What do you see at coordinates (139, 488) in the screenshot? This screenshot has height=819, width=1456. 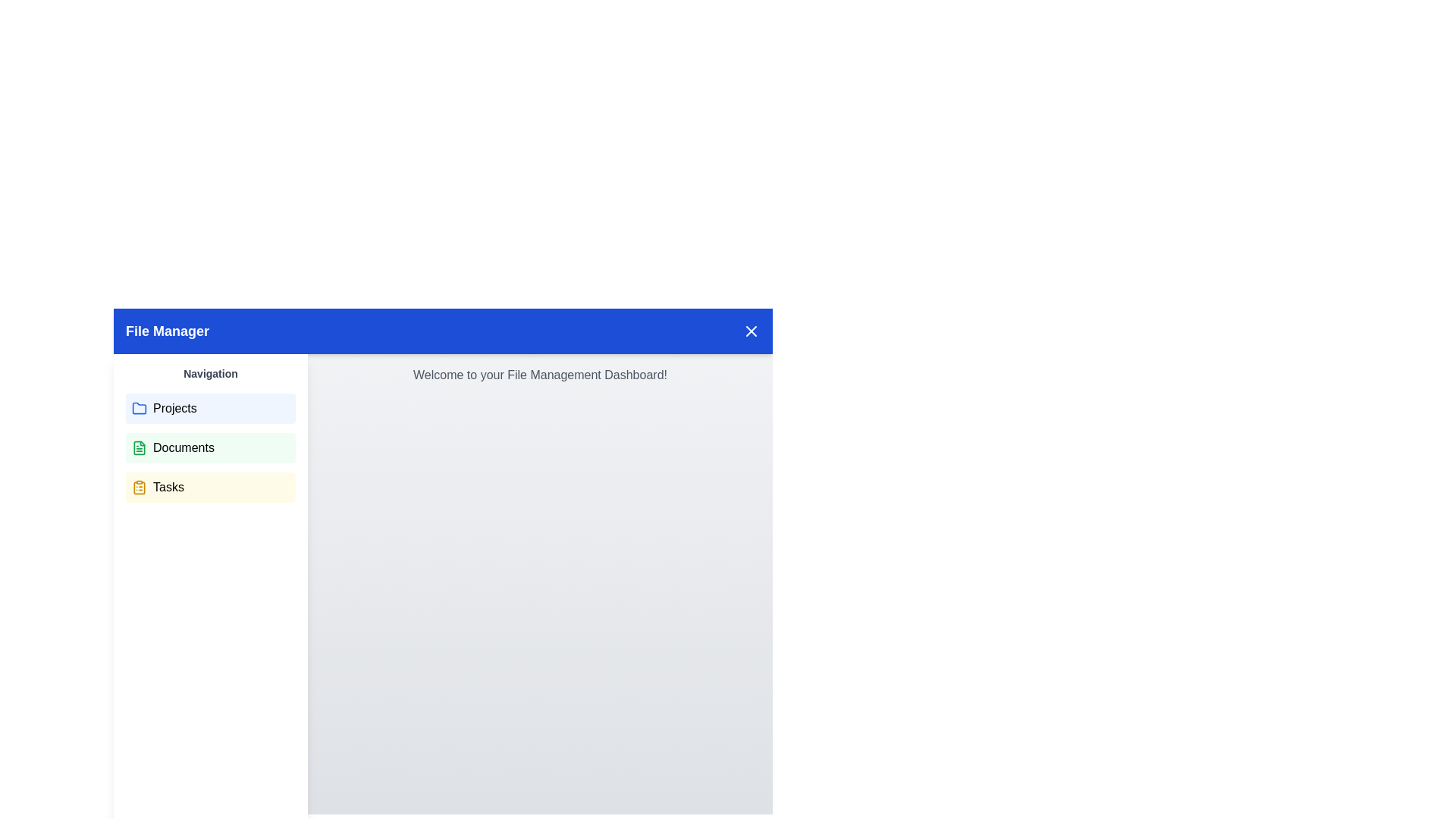 I see `the clipboard icon with a yellow tint located to the immediate left of the 'Tasks' text in the navigation sidebar` at bounding box center [139, 488].